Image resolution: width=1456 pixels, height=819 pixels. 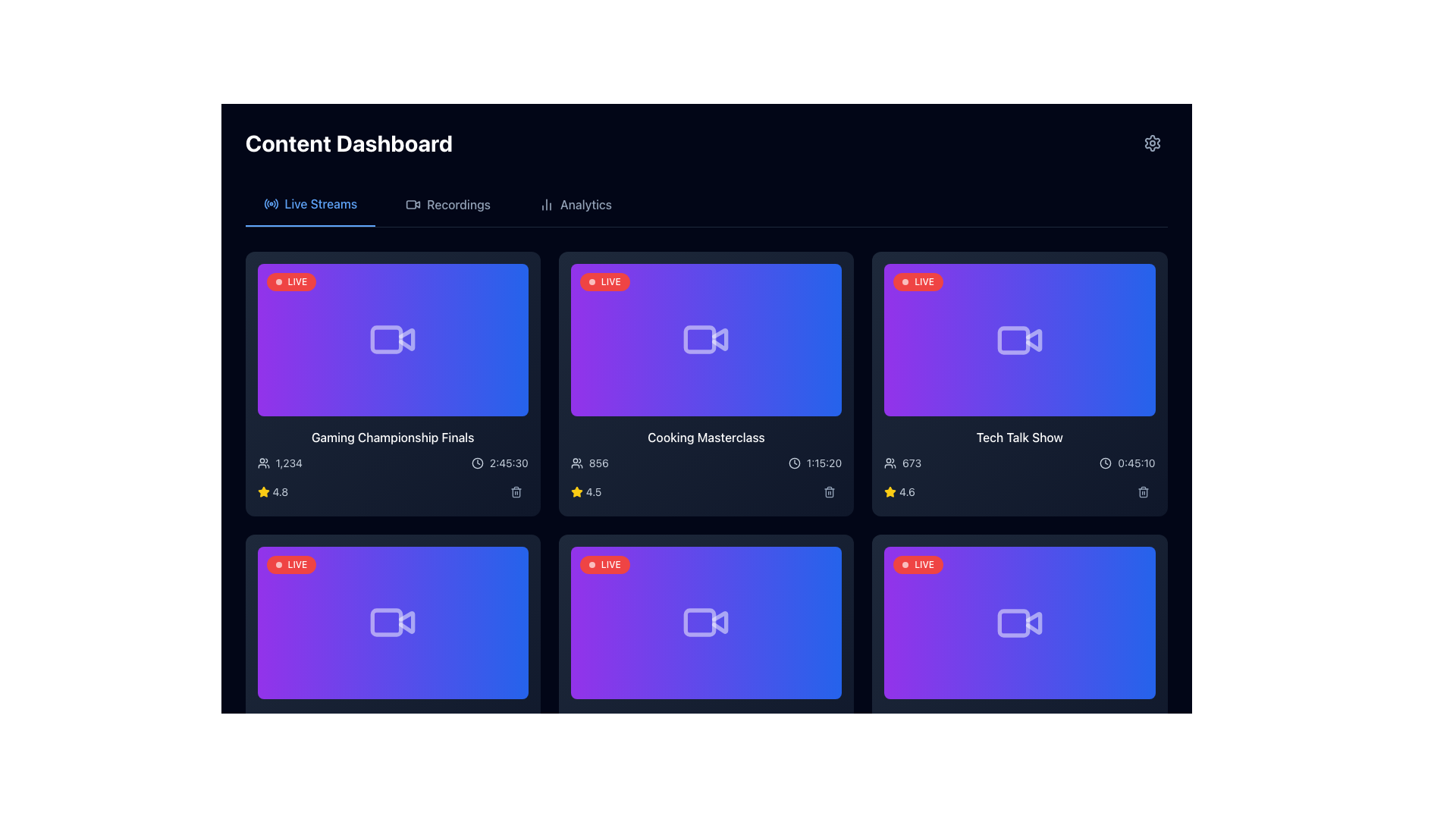 What do you see at coordinates (814, 462) in the screenshot?
I see `time duration displayed as '1:15:20' in the light color font to the right of the clock icon within the 'Cooking Masterclass' card` at bounding box center [814, 462].